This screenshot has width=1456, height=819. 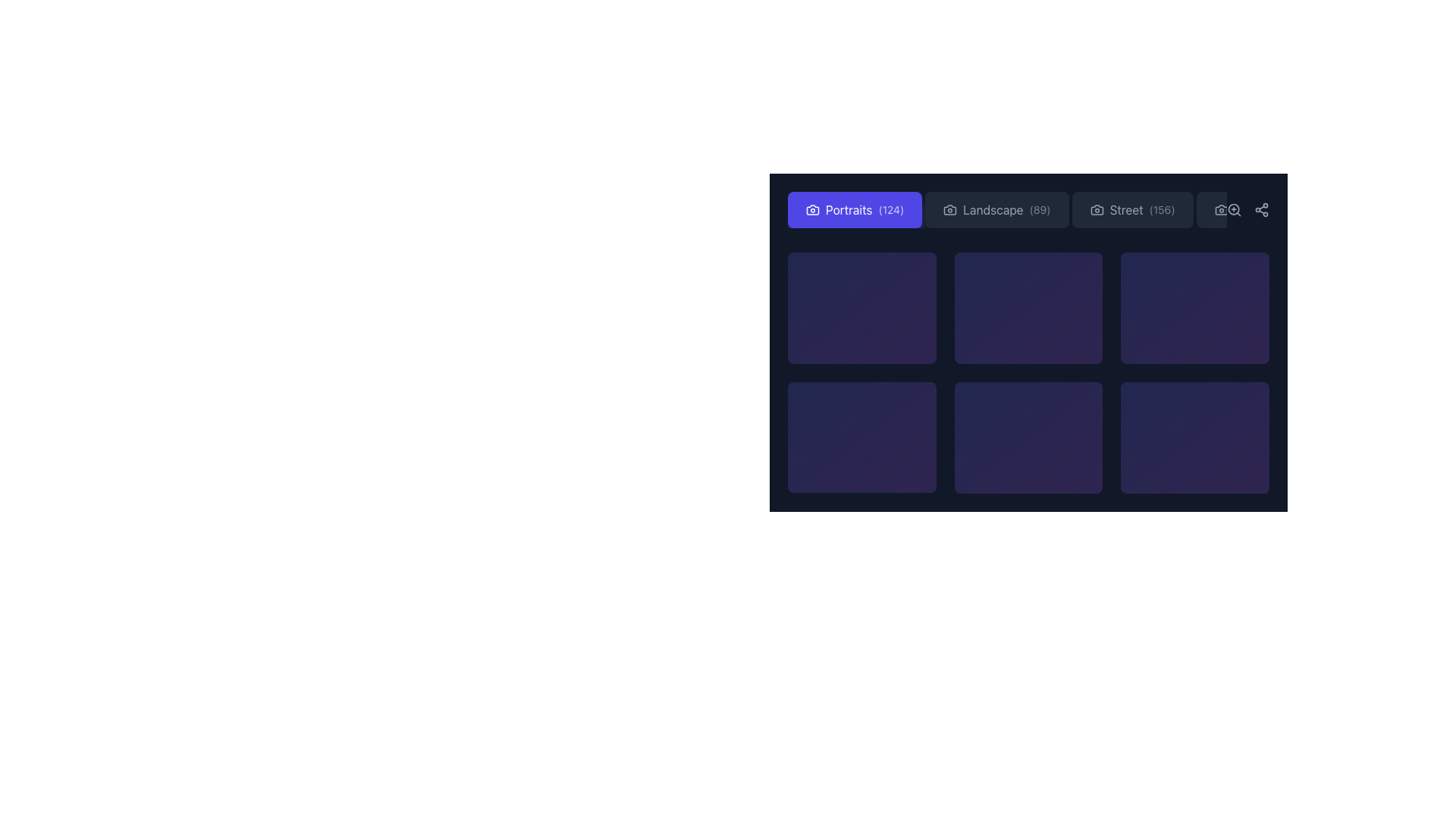 What do you see at coordinates (861, 307) in the screenshot?
I see `the selectable item within the 'Portraits' category` at bounding box center [861, 307].